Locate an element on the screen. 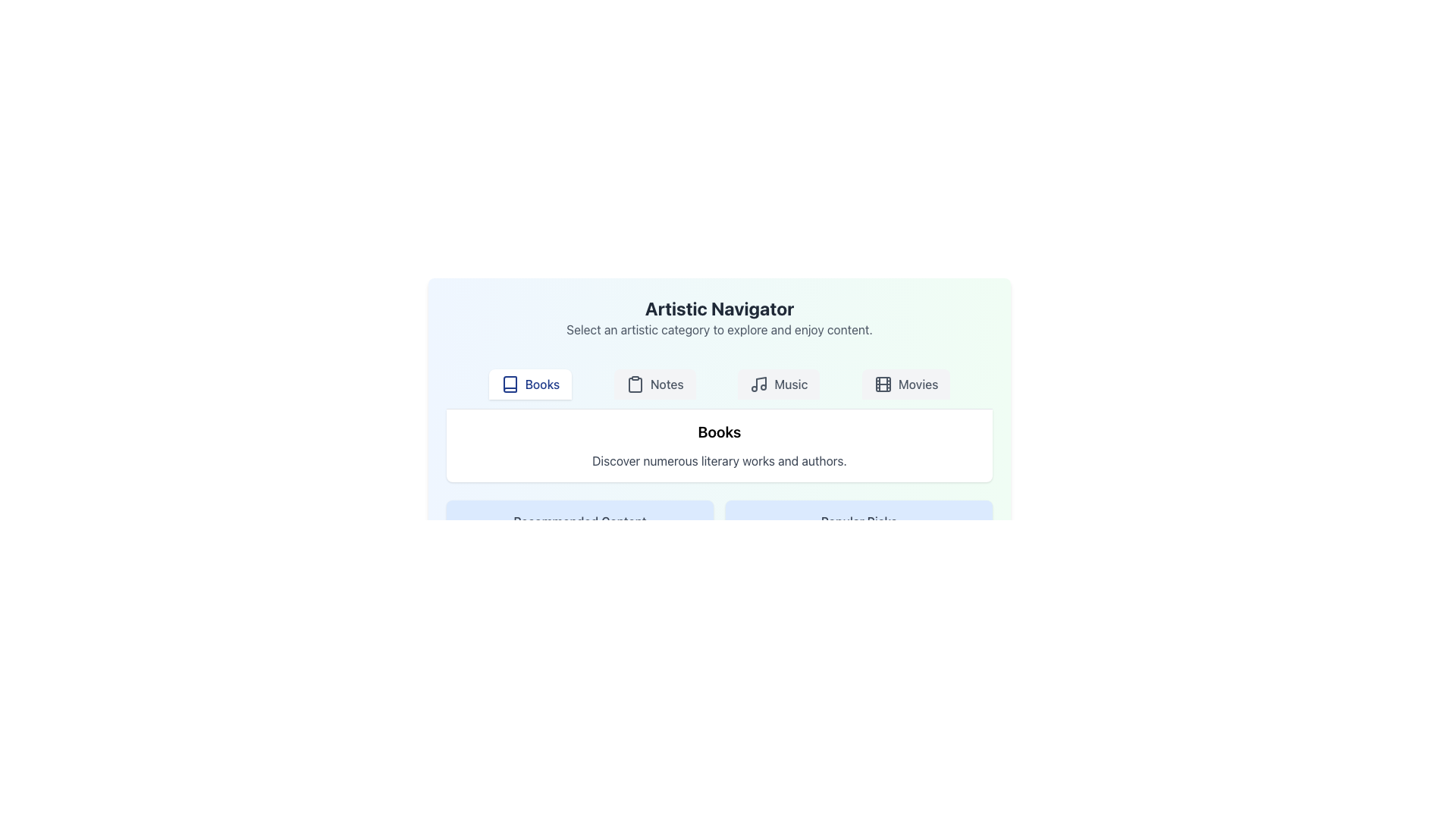  the topmost decorative rectangle on the left vertical edge of the filmstrip icon is located at coordinates (883, 383).